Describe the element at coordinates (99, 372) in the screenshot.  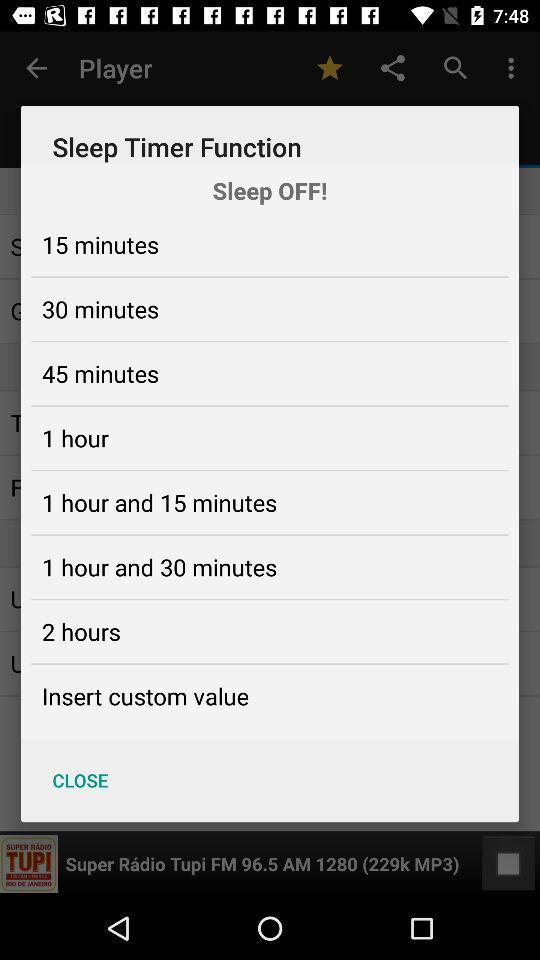
I see `item above the 1 hour icon` at that location.